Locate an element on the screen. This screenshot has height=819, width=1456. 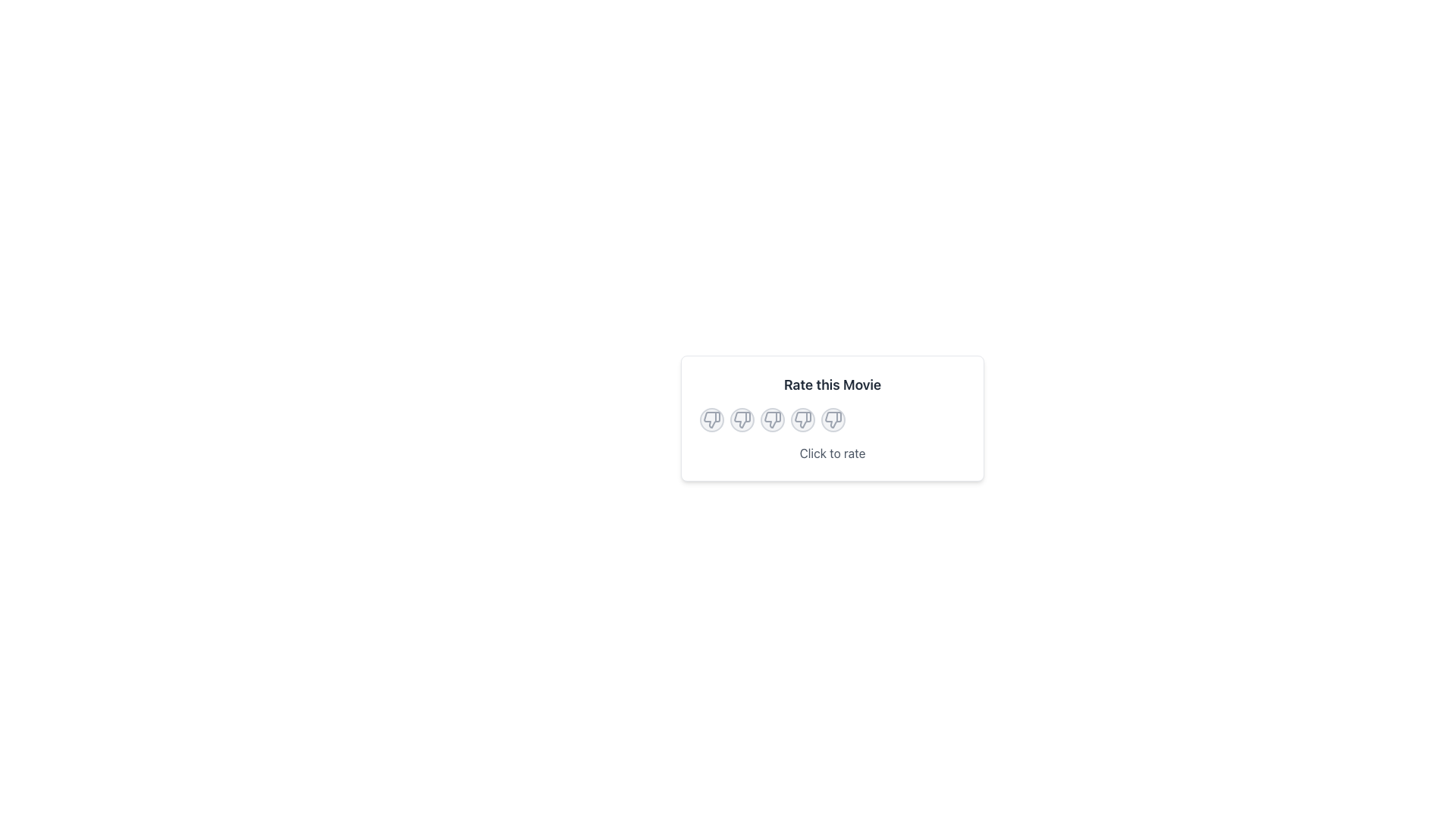
the thumbs-down rating icon is located at coordinates (711, 420).